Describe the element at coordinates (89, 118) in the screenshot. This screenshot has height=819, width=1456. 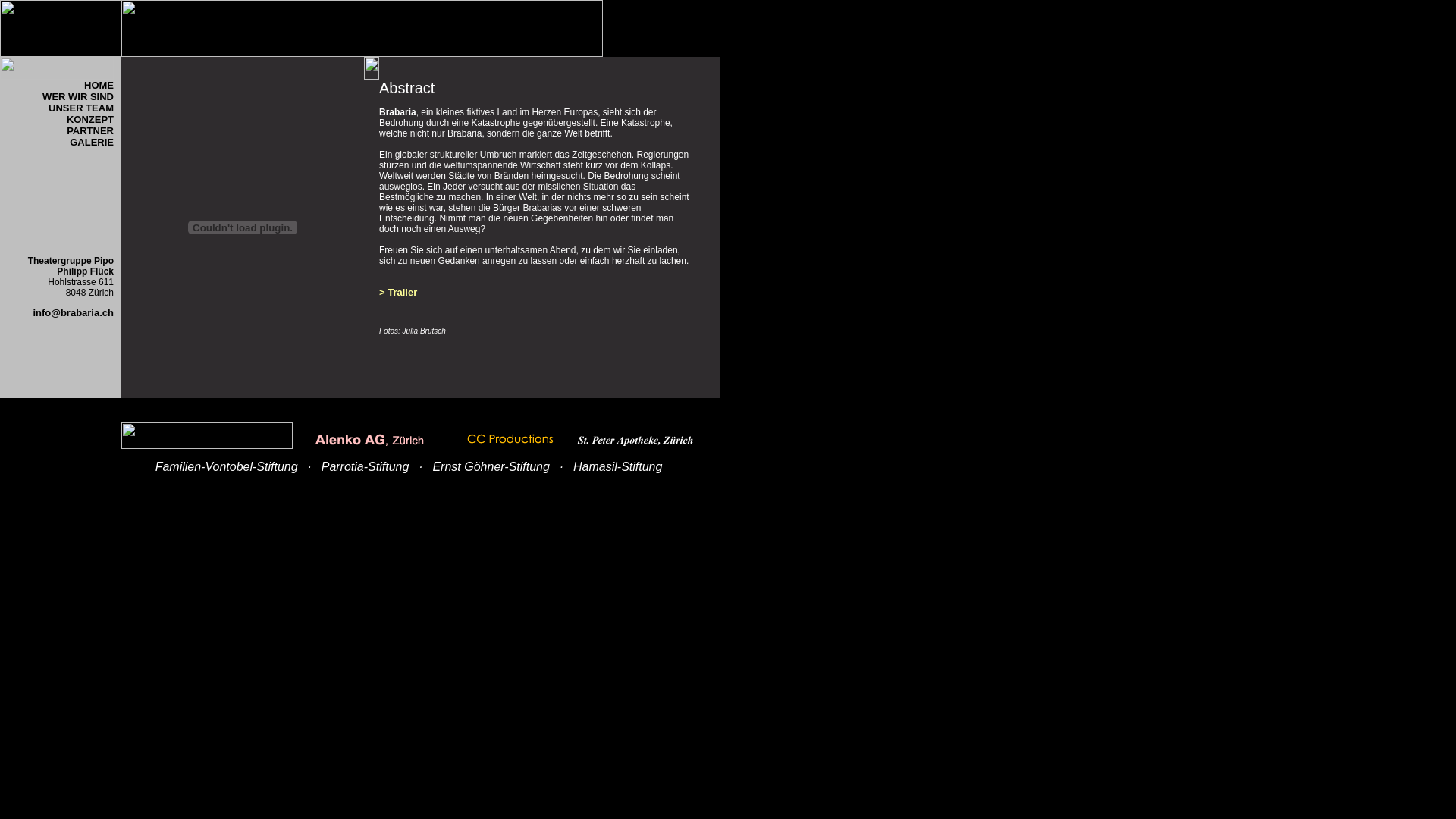
I see `'KONZEPT'` at that location.